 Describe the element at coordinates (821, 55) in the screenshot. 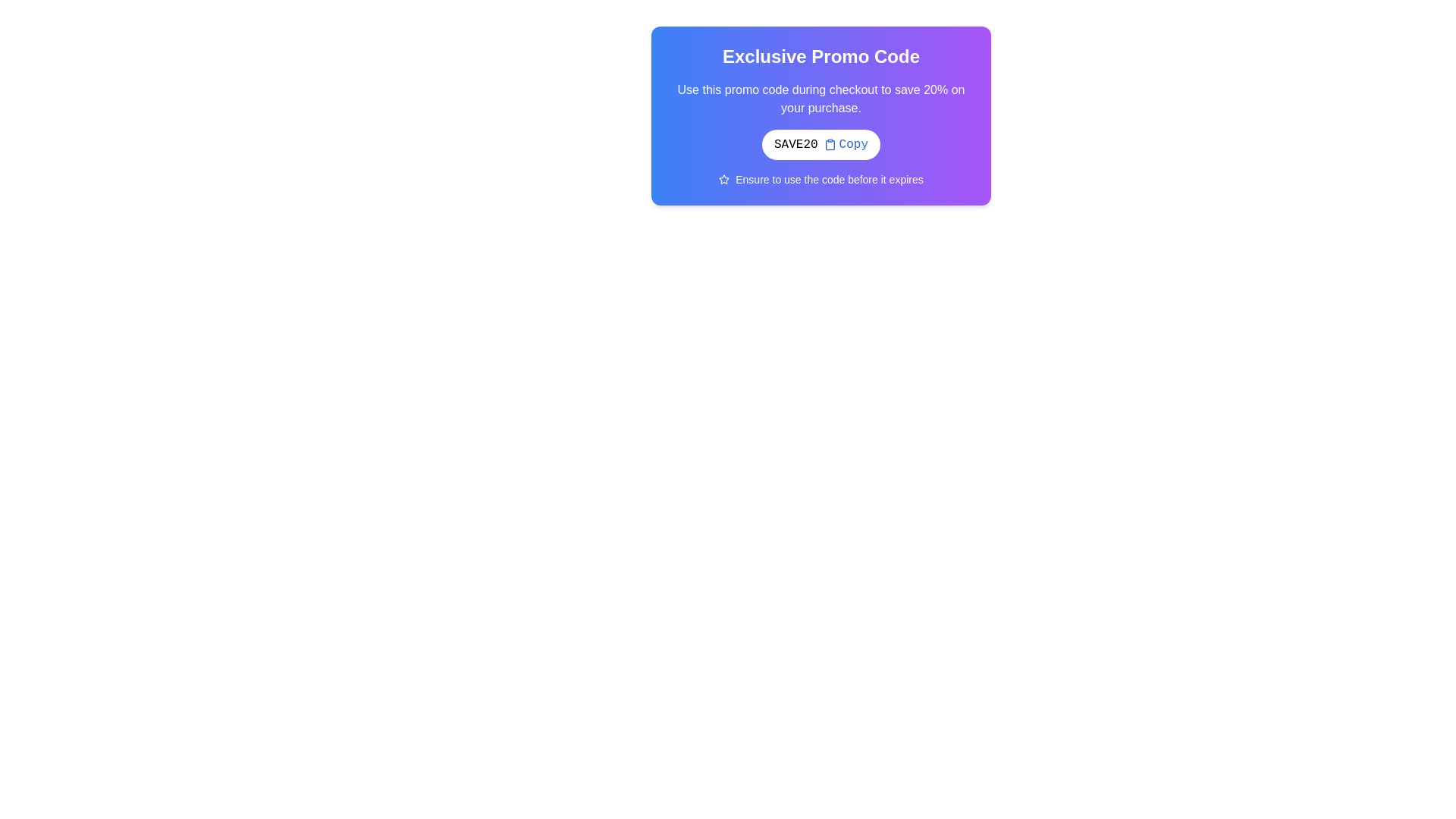

I see `the text element that serves as the heading, which introduces the content and emphasizes the promotional offer at the top center of the layout` at that location.